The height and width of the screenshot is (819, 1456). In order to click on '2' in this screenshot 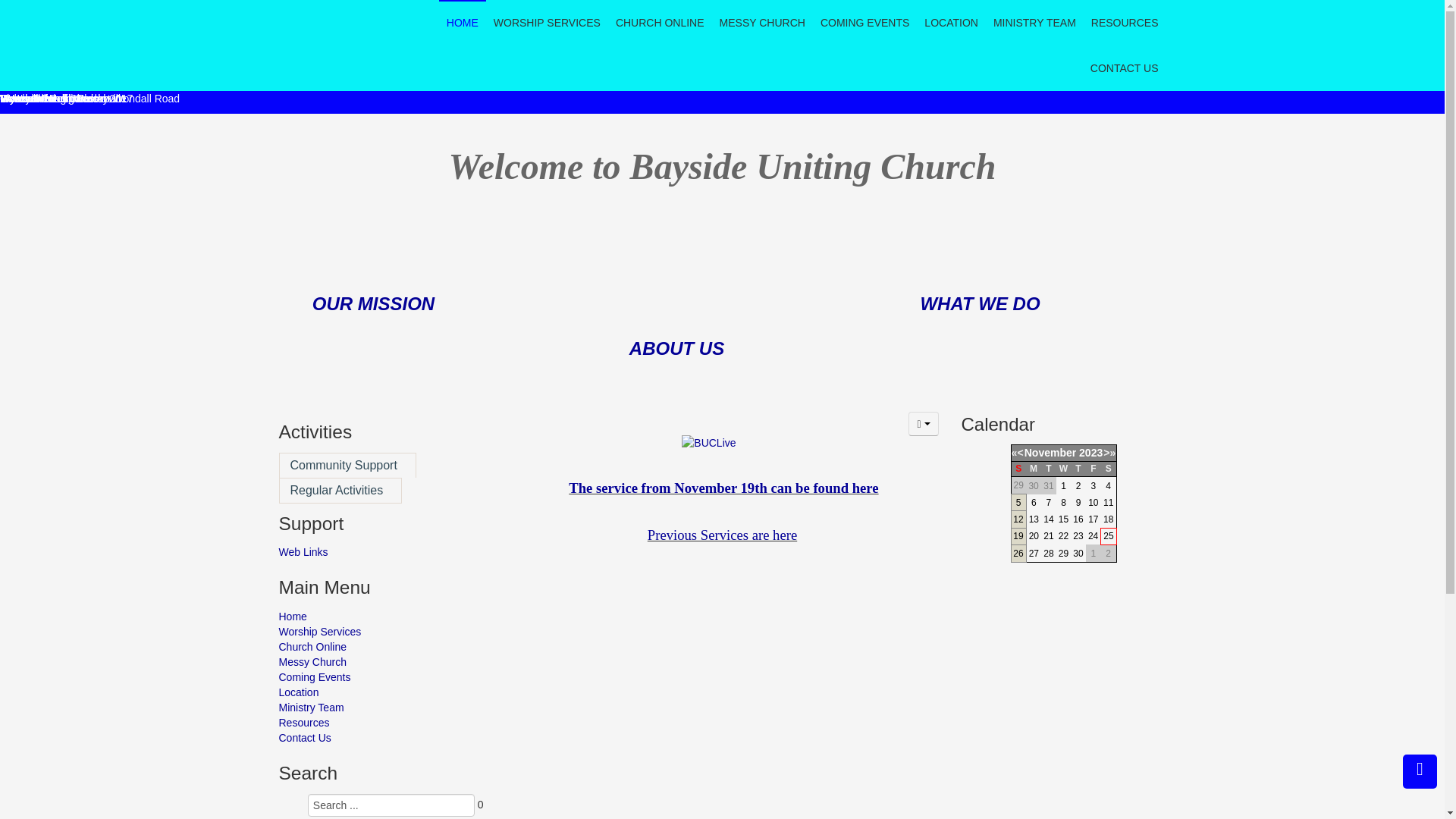, I will do `click(1075, 485)`.